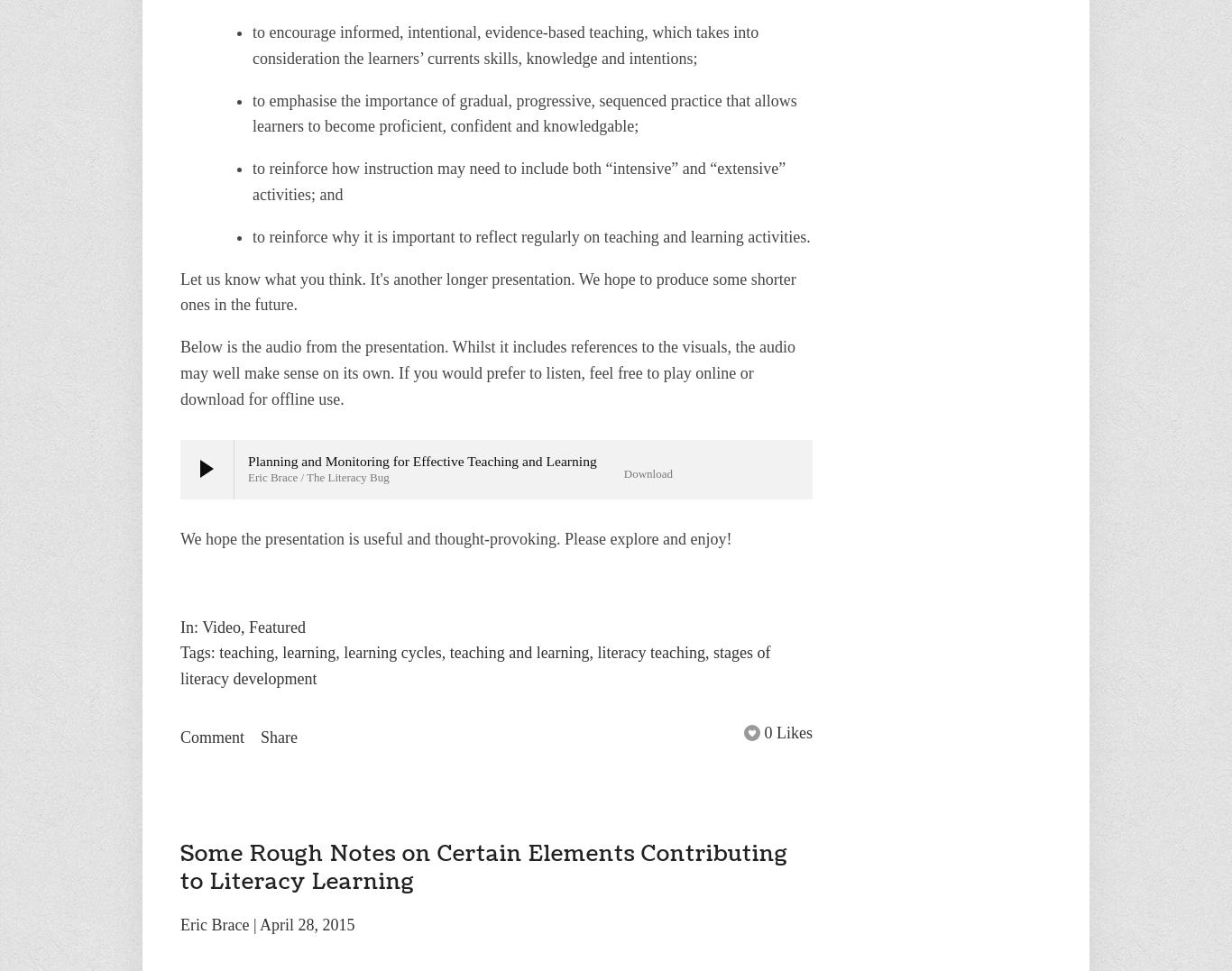 The image size is (1232, 971). I want to click on 'April 28, 2015', so click(259, 923).